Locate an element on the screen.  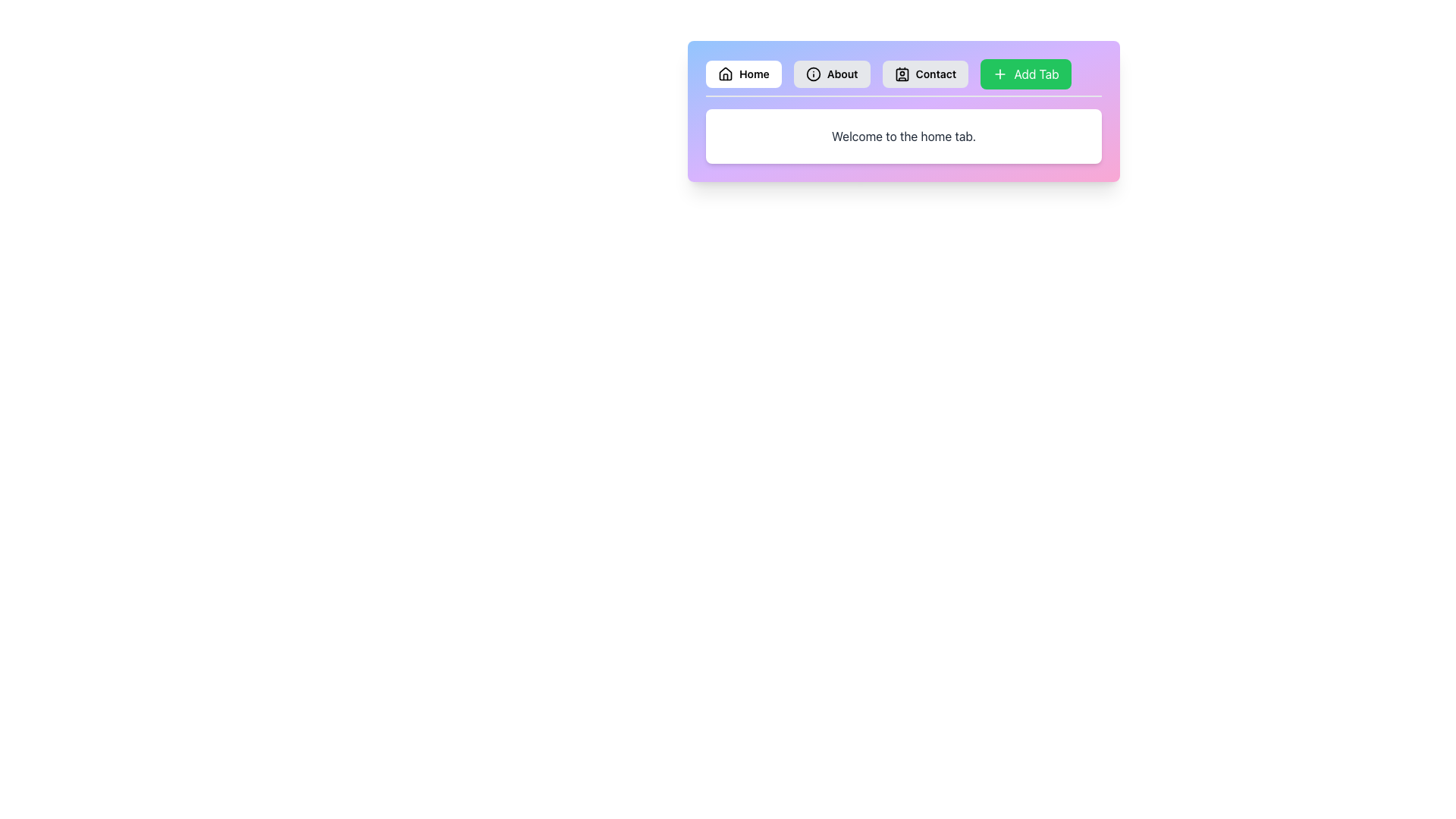
the third button from the left in the horizontal navigation bar that leads to the 'Contact' section is located at coordinates (924, 74).